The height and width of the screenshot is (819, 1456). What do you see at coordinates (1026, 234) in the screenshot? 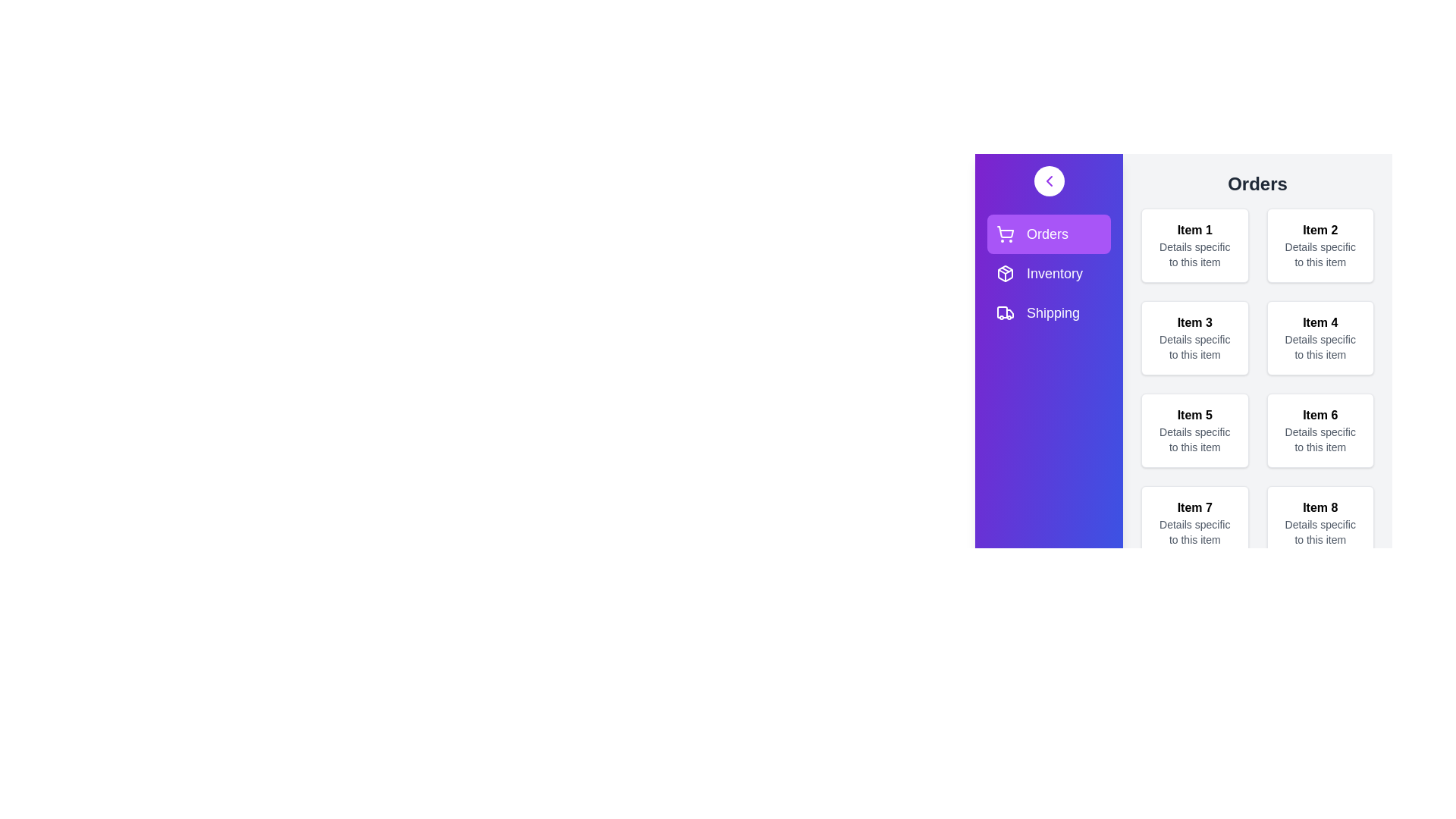
I see `the Orders section from the navigation menu` at bounding box center [1026, 234].